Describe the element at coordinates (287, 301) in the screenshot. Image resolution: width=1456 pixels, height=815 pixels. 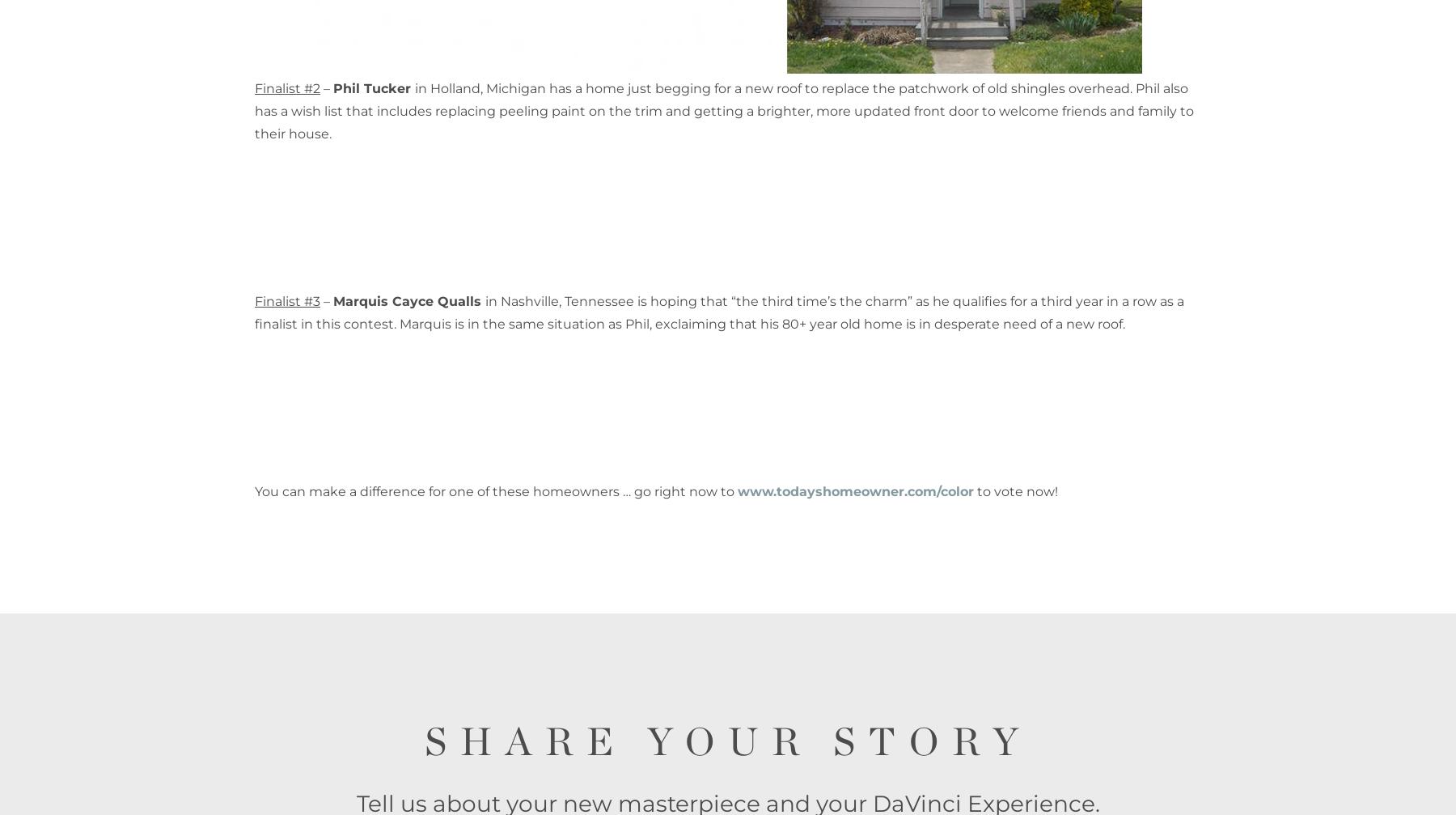
I see `'Finalist #3'` at that location.